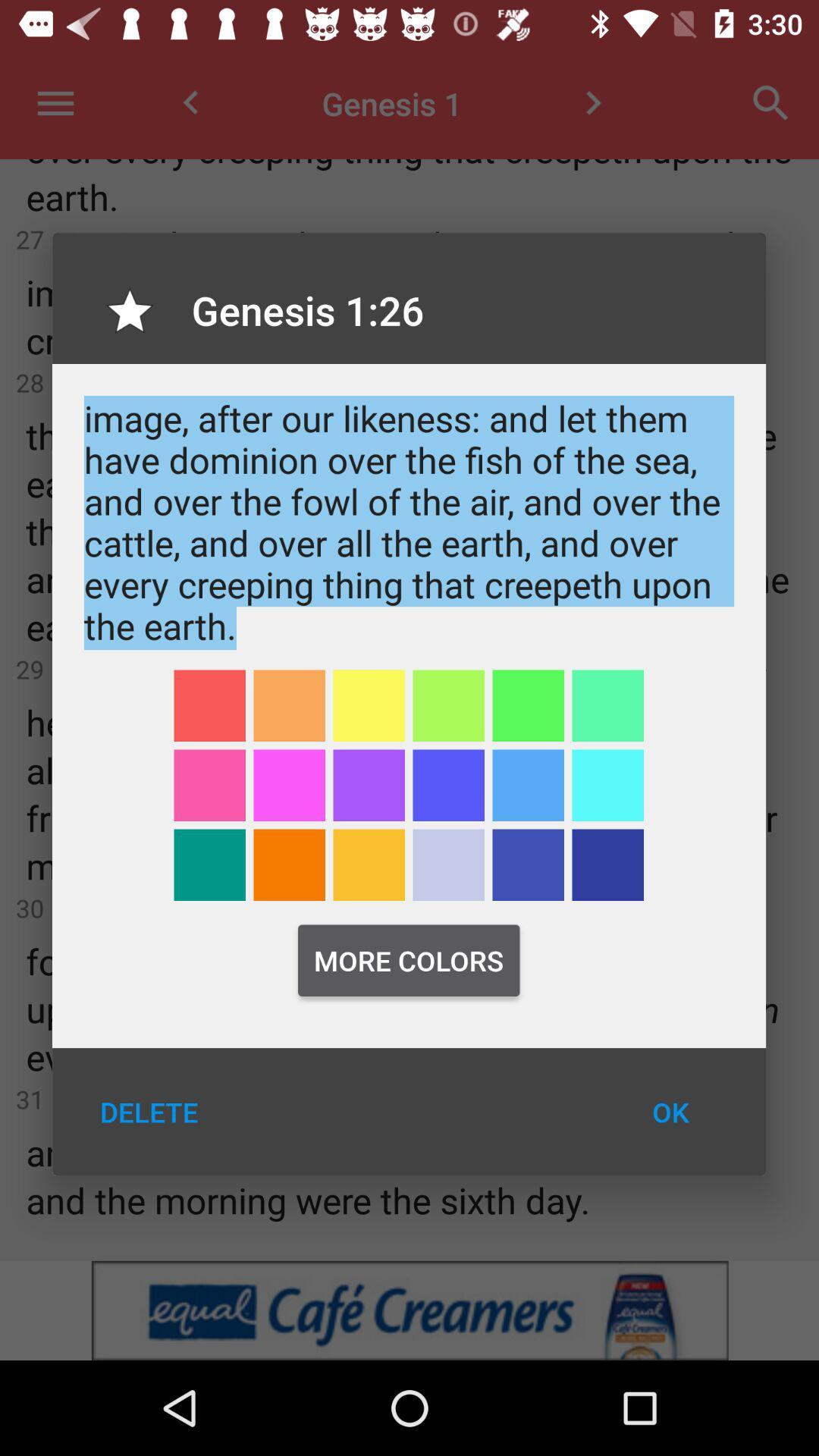 The width and height of the screenshot is (819, 1456). What do you see at coordinates (447, 864) in the screenshot?
I see `color` at bounding box center [447, 864].